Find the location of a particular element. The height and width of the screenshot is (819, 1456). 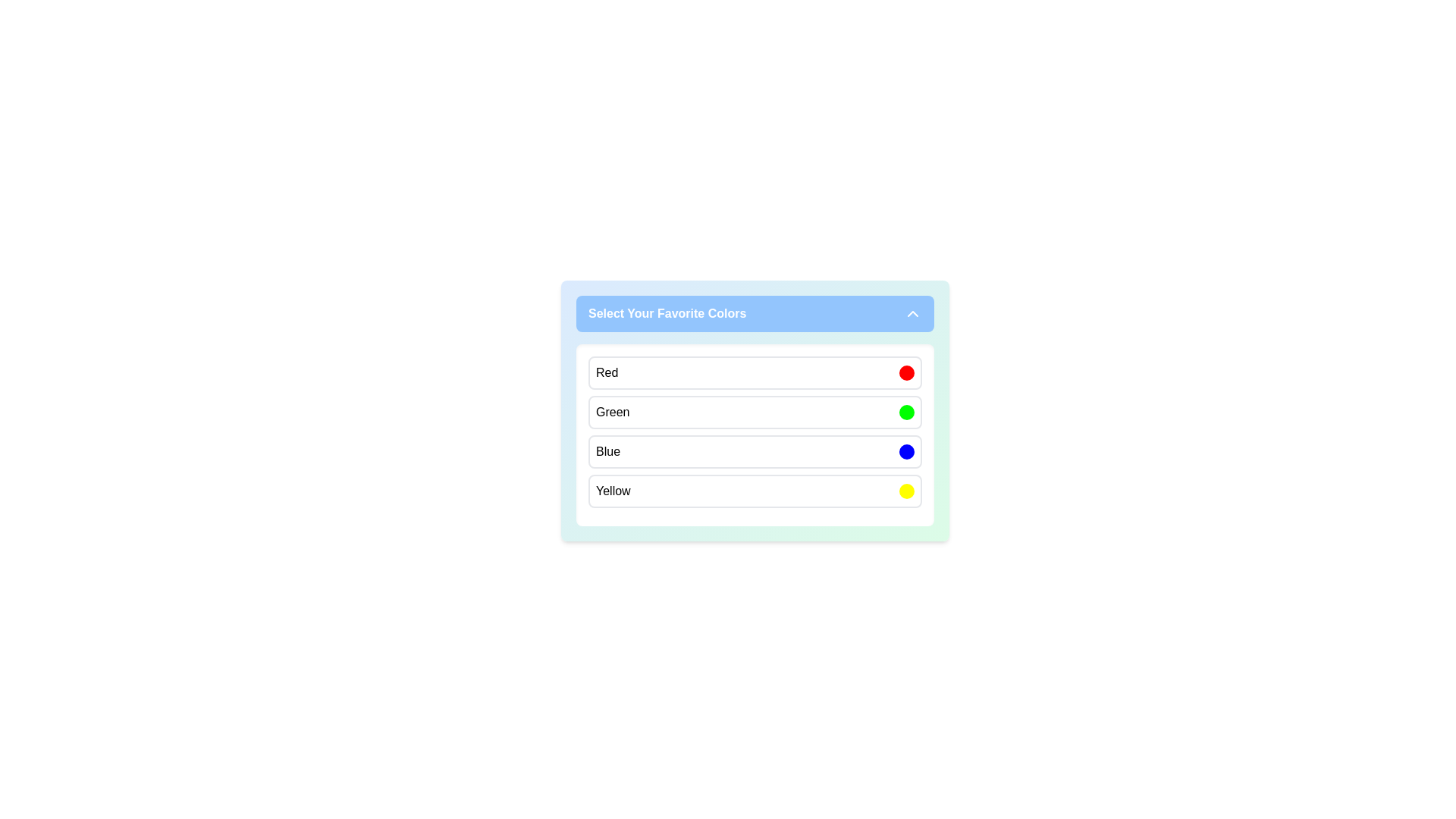

the circular blue Color indicator element located at the end of the 'Blue' entry in the list of colored entries, positioned at the end of the third row is located at coordinates (906, 451).